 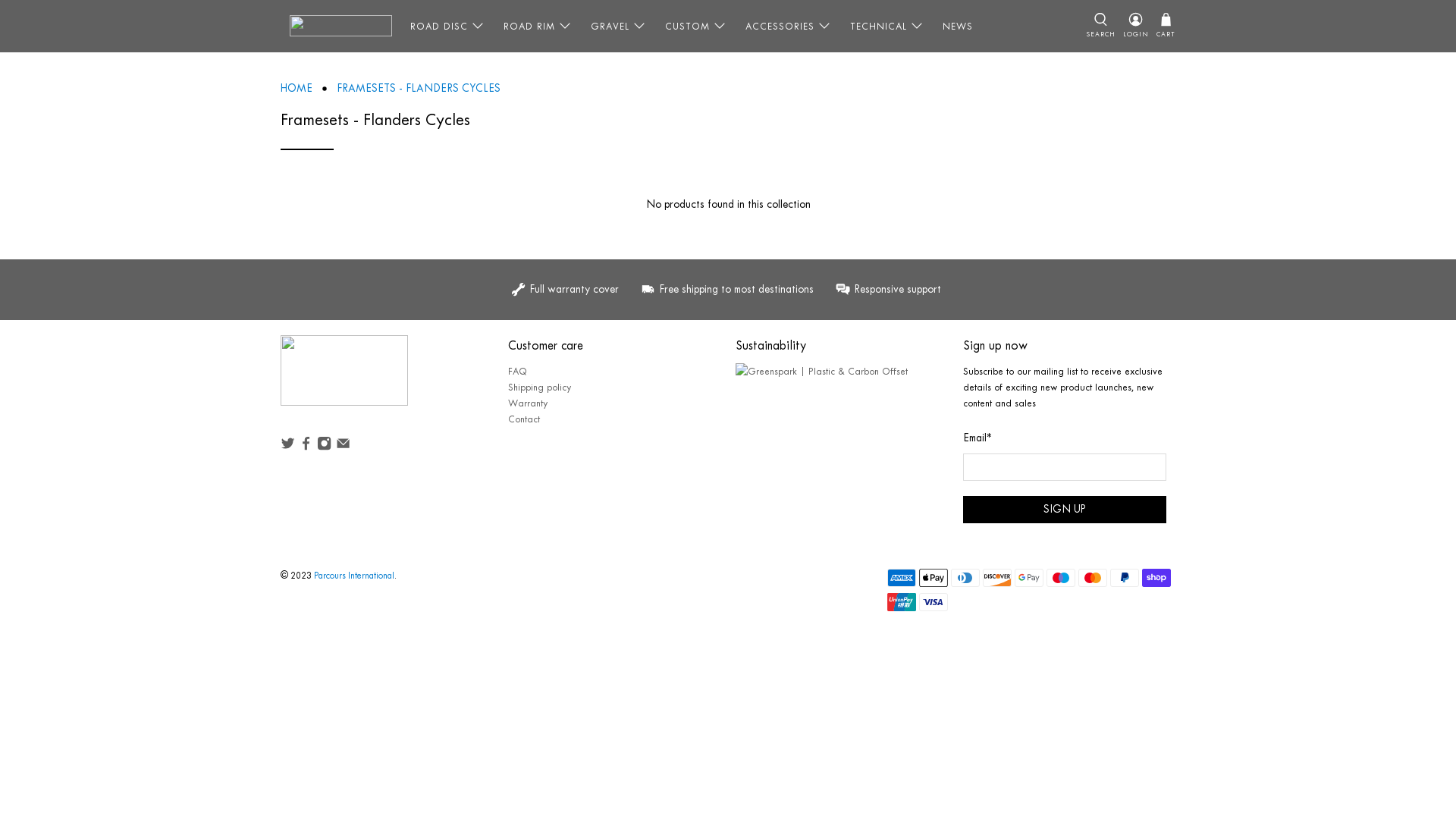 I want to click on 'SEARCH', so click(x=1100, y=26).